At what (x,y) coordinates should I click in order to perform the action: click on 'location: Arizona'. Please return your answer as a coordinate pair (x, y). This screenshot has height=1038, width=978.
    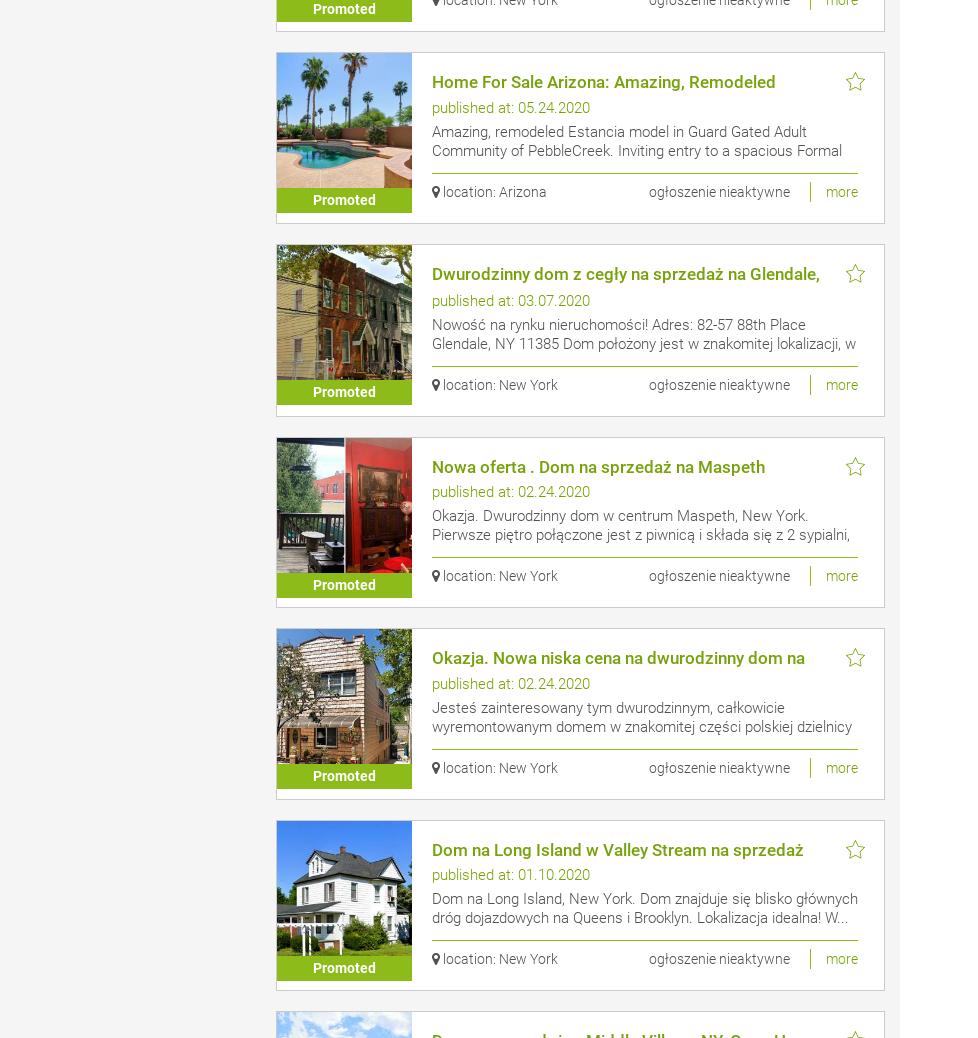
    Looking at the image, I should click on (492, 191).